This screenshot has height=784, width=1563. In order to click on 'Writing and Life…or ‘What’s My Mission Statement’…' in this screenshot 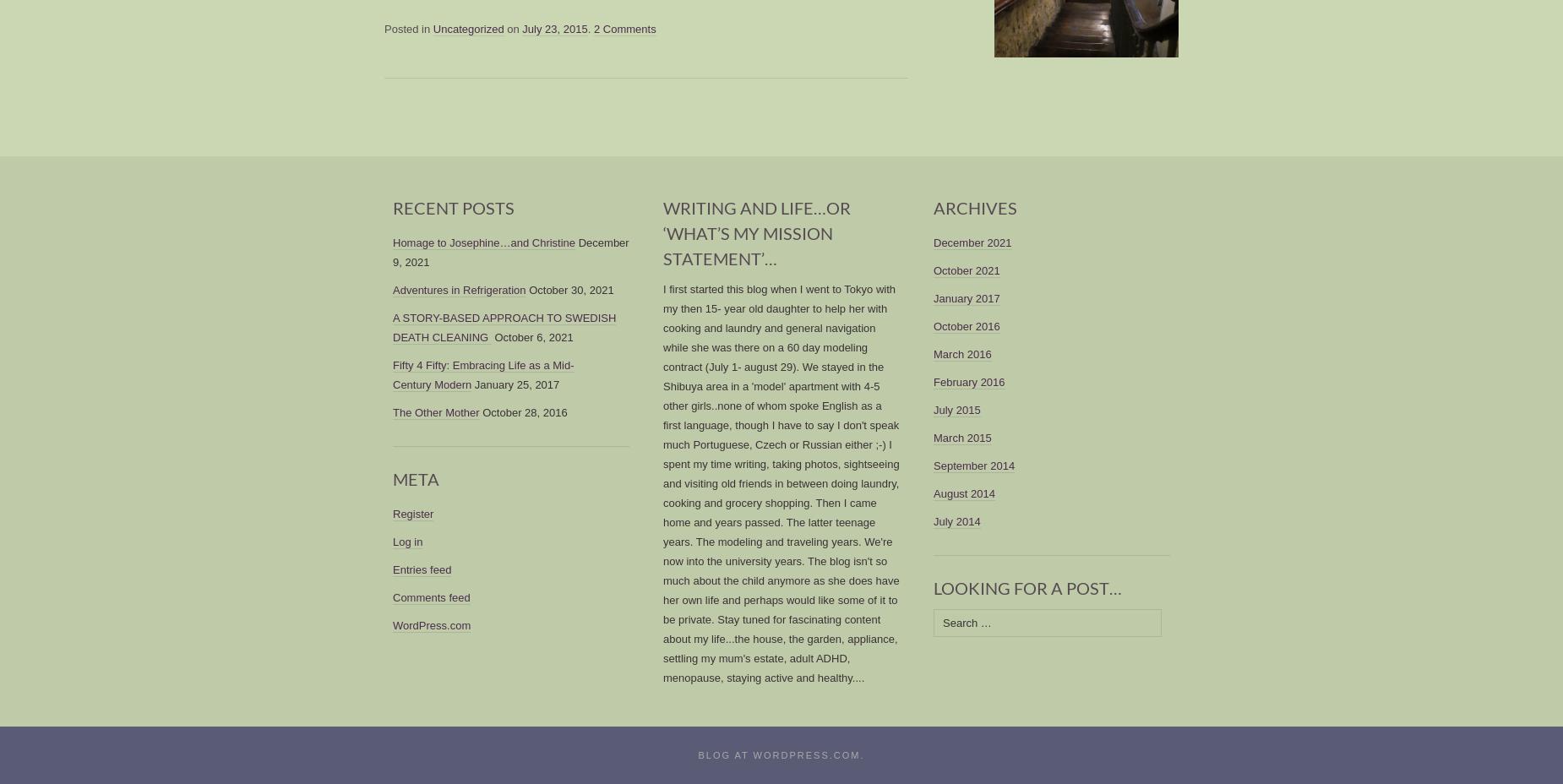, I will do `click(756, 231)`.